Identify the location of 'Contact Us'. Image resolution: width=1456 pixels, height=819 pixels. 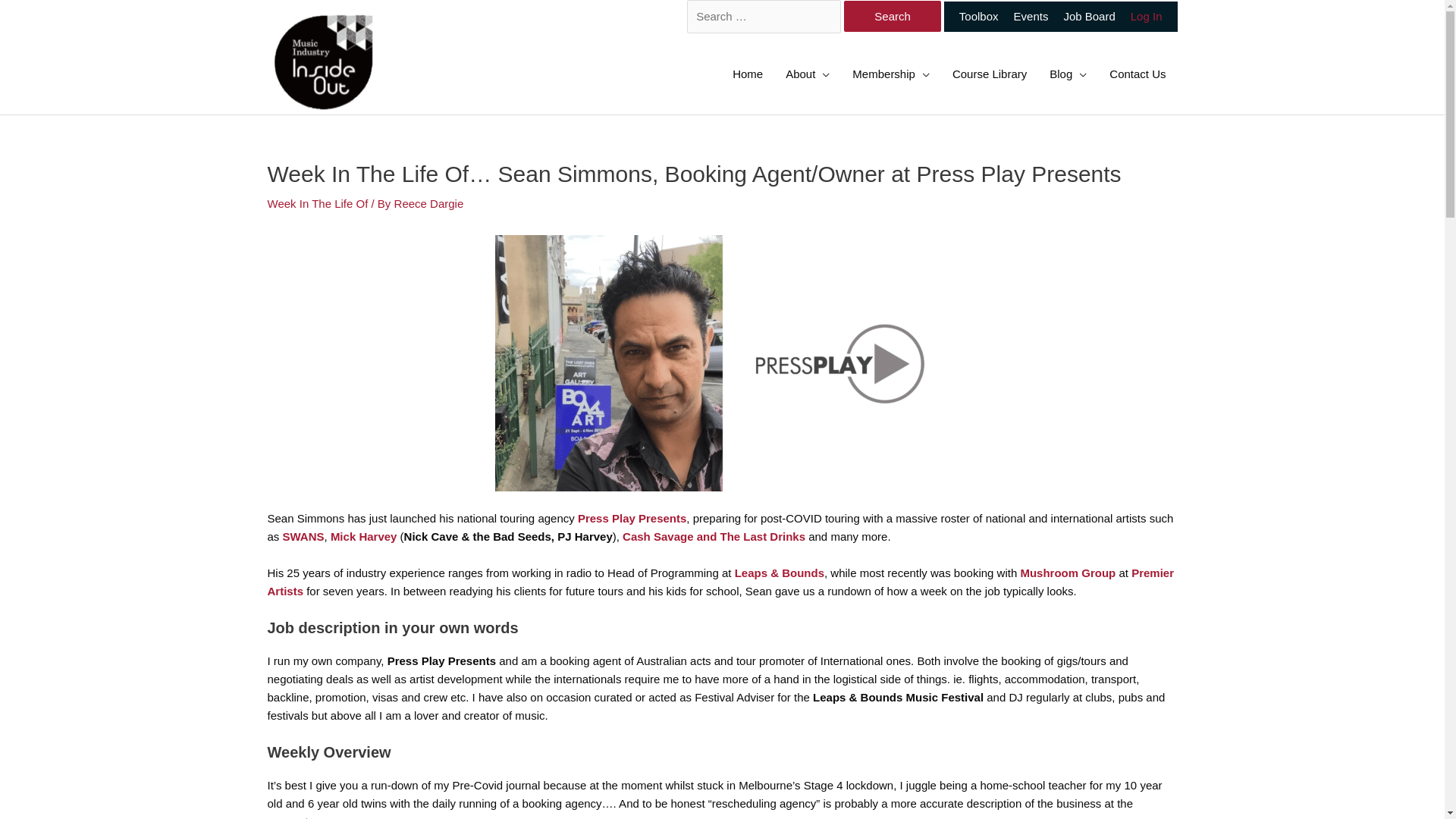
(1098, 74).